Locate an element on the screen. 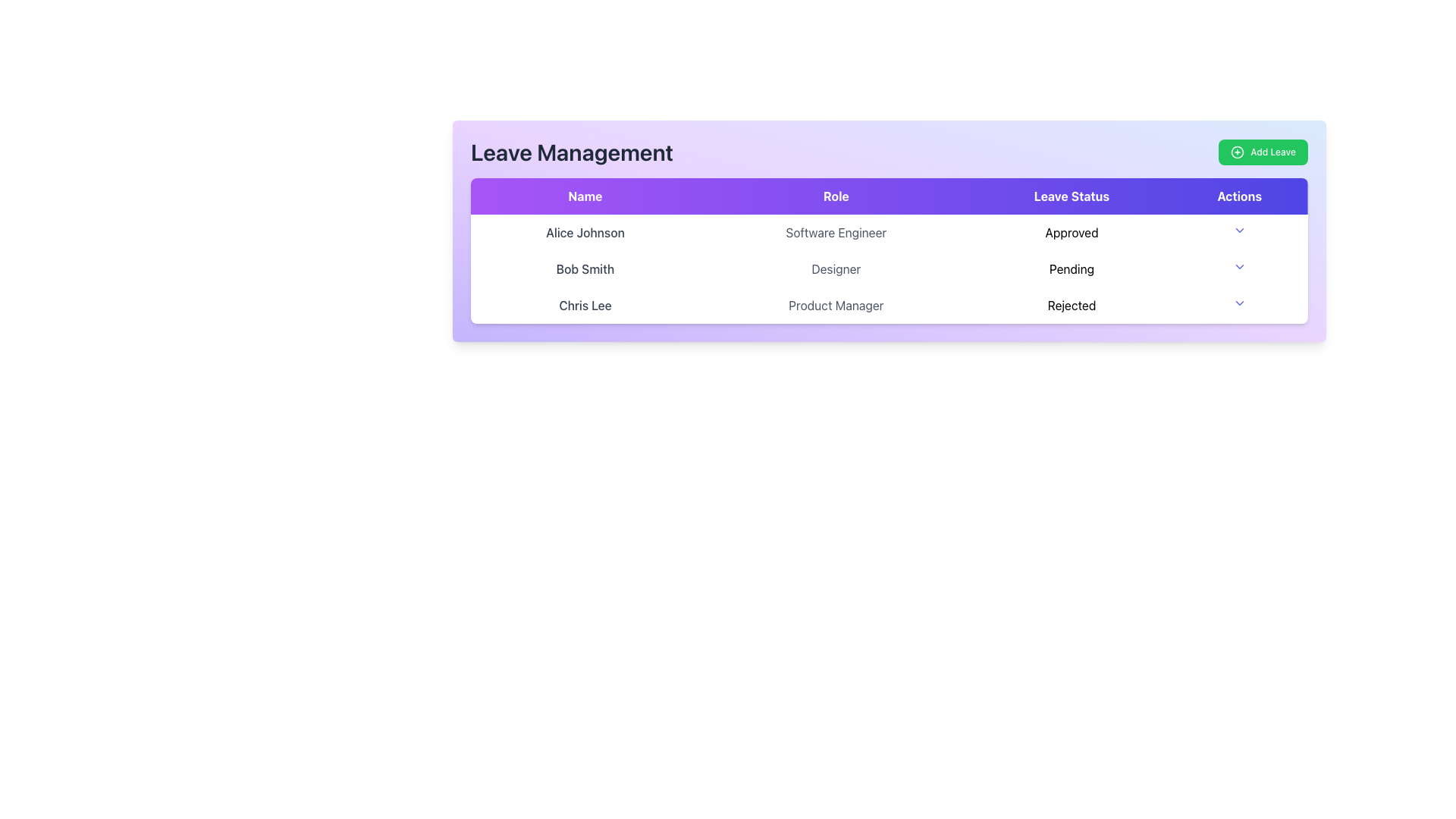 This screenshot has width=1456, height=819. the text 'Software Engineer' displayed in the second column of the first data row in the table, which serves as a non-interactive label indicating the role of the individual, located to the right of 'Alice Johnson' is located at coordinates (835, 233).